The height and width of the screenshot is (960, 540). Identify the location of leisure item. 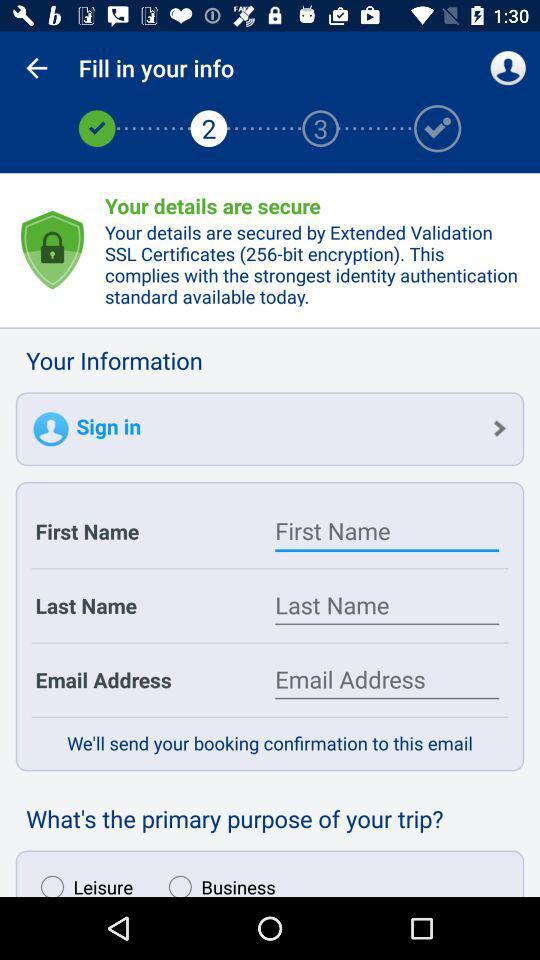
(81, 880).